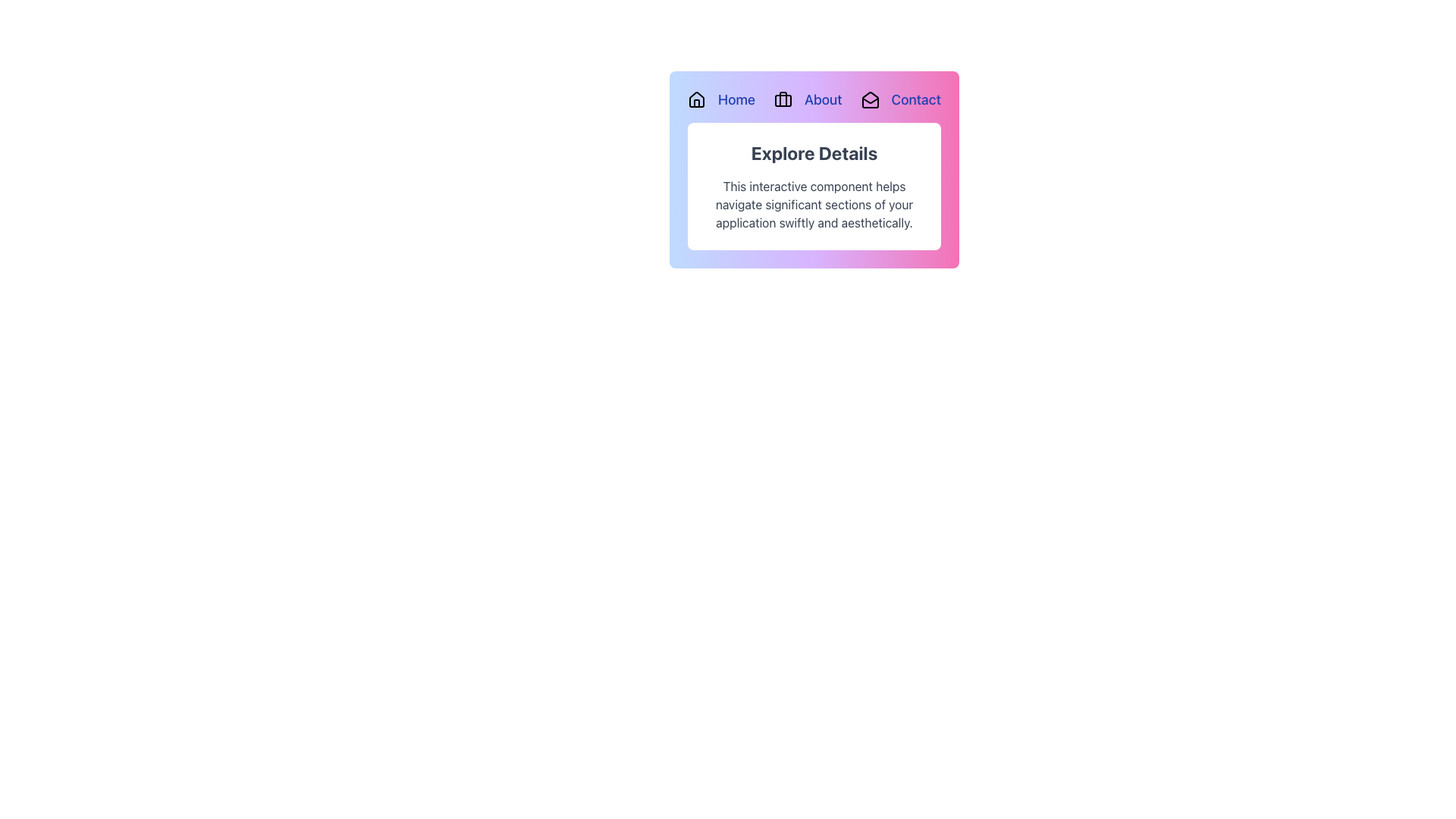 This screenshot has width=1456, height=819. What do you see at coordinates (822, 99) in the screenshot?
I see `the 'About' hyperlink, which is a blue, bold, and underlined text link located in the top-center header navigation row` at bounding box center [822, 99].